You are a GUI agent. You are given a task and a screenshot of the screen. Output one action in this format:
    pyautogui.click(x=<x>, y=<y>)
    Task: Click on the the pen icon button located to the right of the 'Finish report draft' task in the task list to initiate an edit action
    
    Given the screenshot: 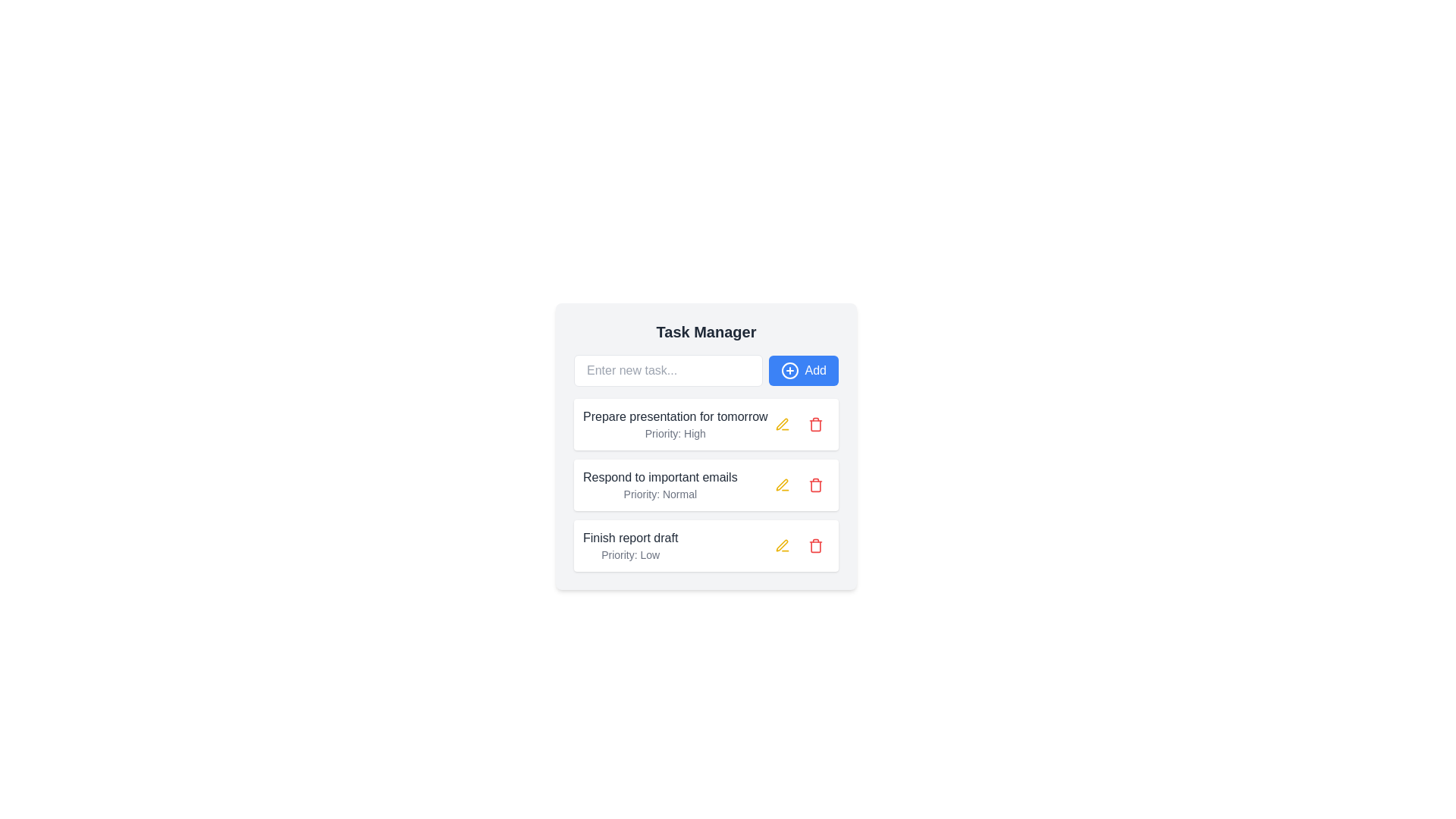 What is the action you would take?
    pyautogui.click(x=783, y=546)
    